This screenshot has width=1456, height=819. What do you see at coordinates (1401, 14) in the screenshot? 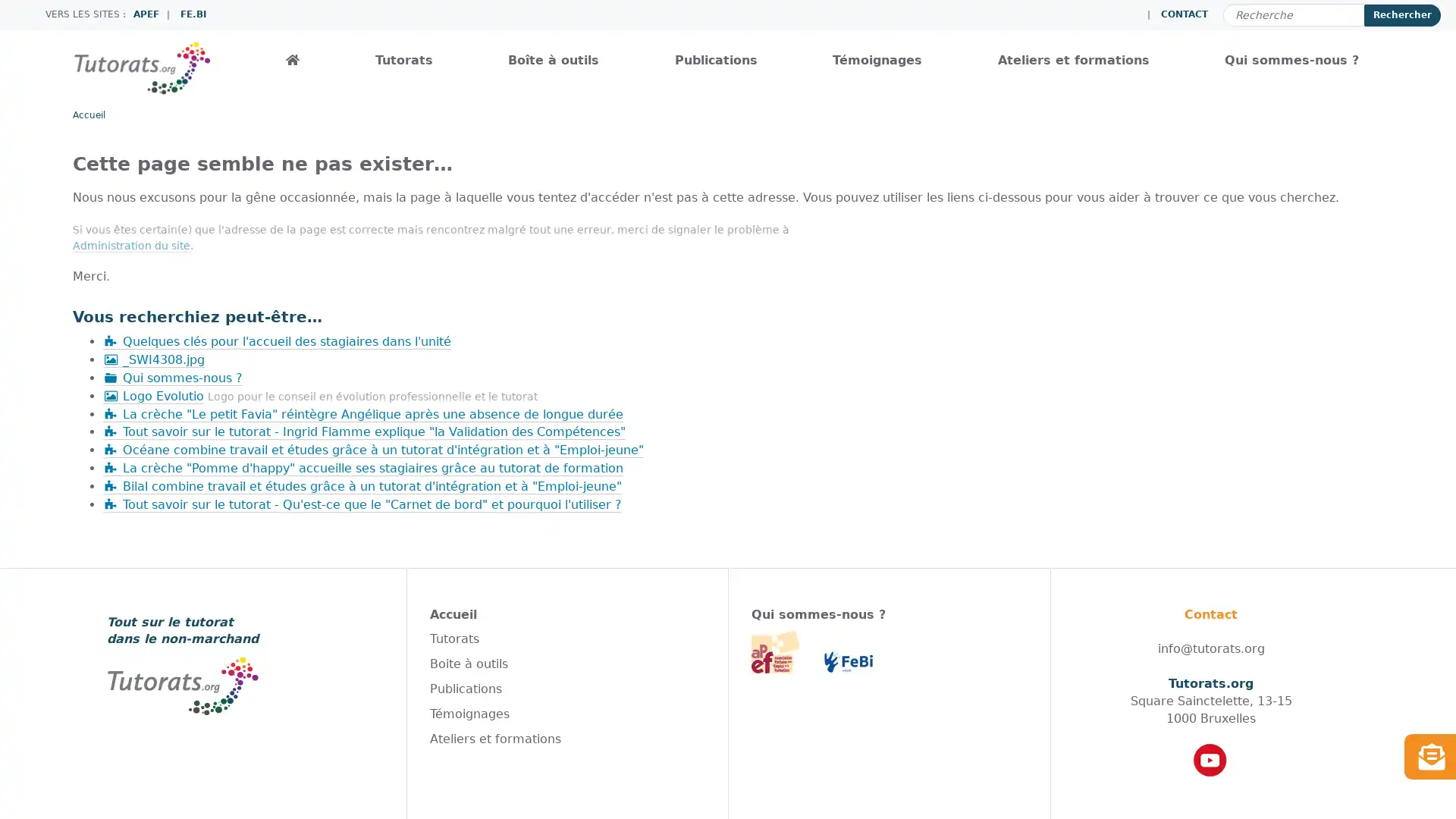
I see `Rechercher` at bounding box center [1401, 14].